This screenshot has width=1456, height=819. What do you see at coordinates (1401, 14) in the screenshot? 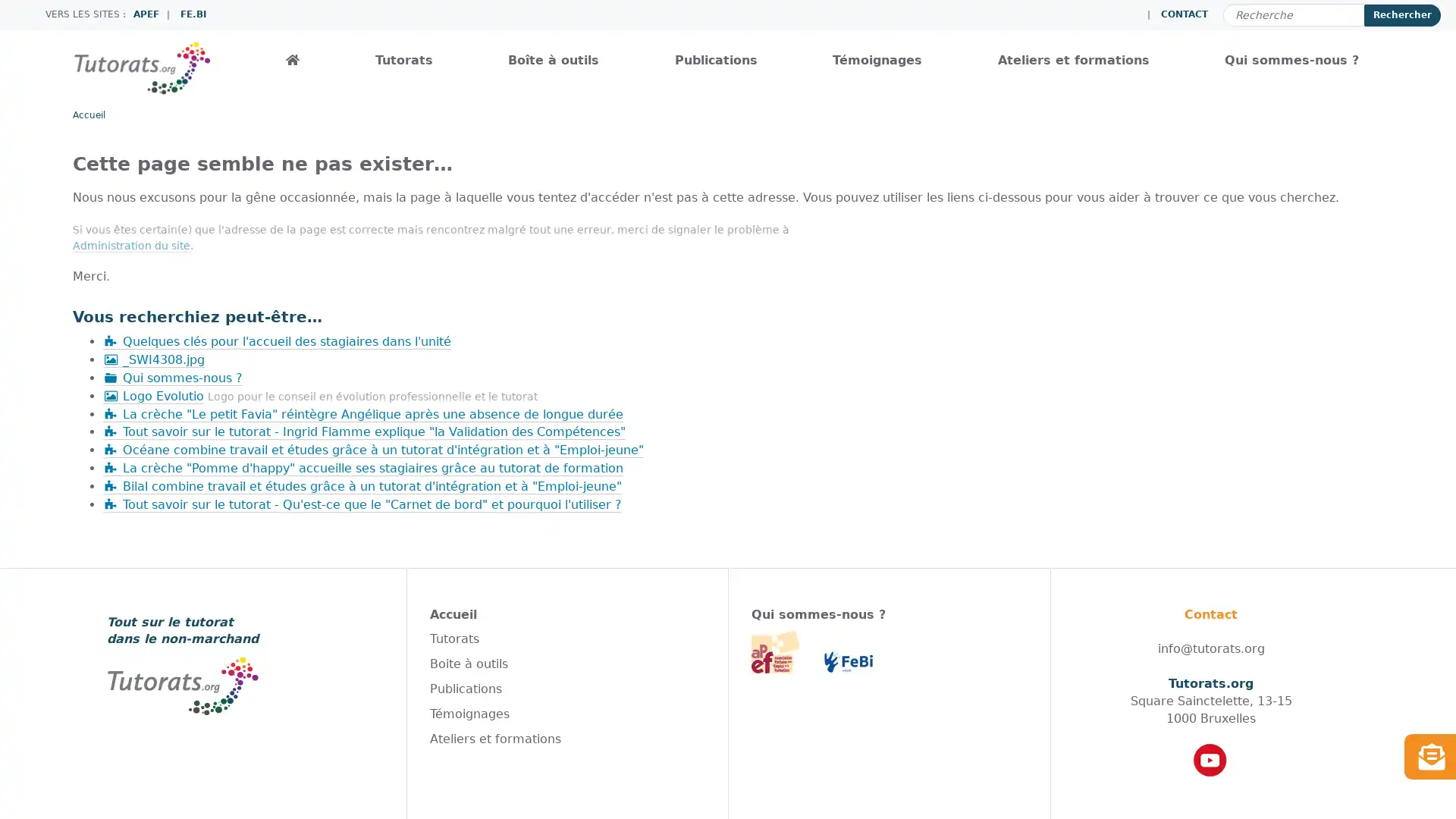
I see `Rechercher` at bounding box center [1401, 14].